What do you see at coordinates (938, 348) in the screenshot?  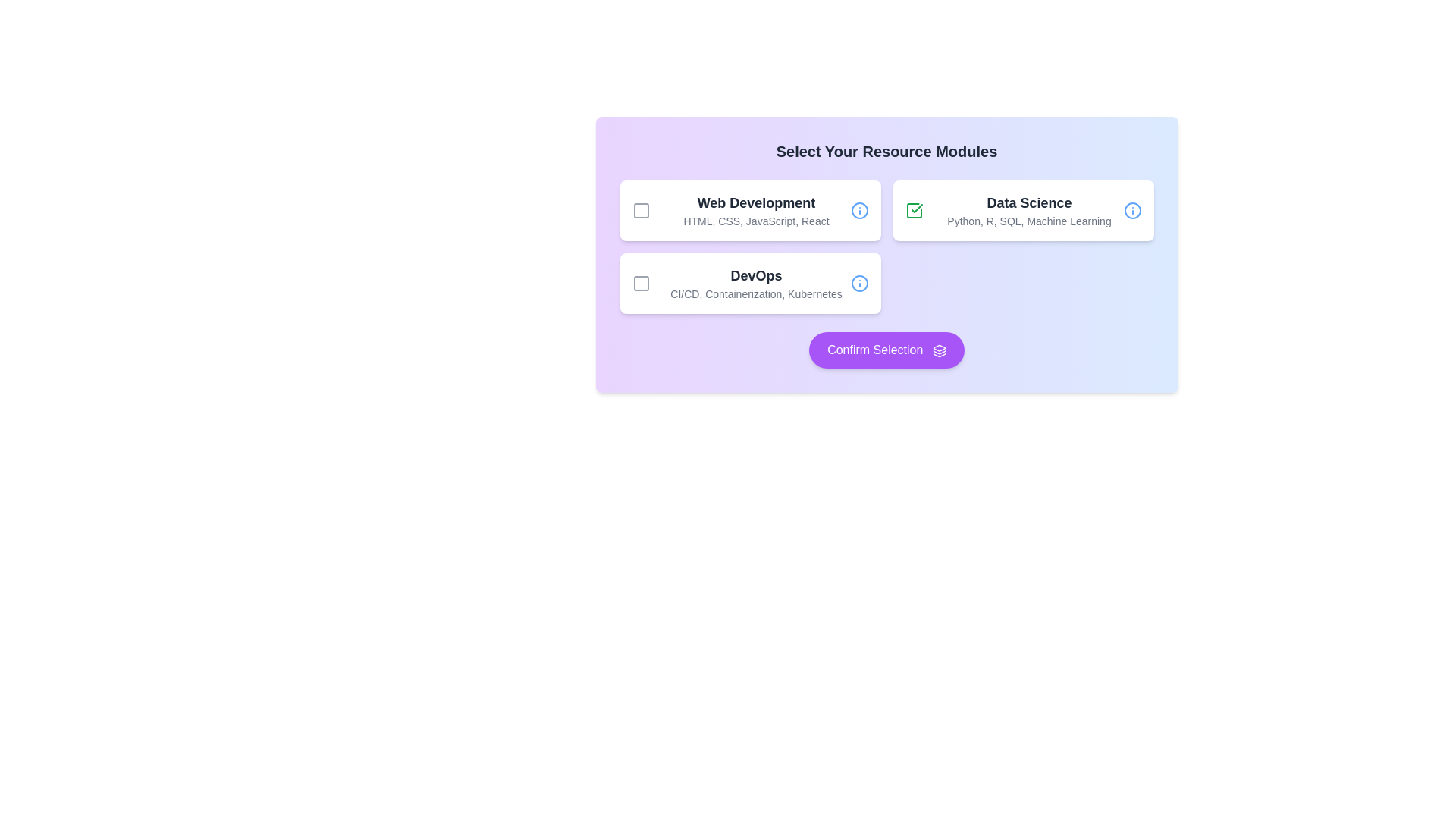 I see `the topmost layer icon that visually represents a feature or functionality, located near the right edge of the 'Confirm Selection' button` at bounding box center [938, 348].